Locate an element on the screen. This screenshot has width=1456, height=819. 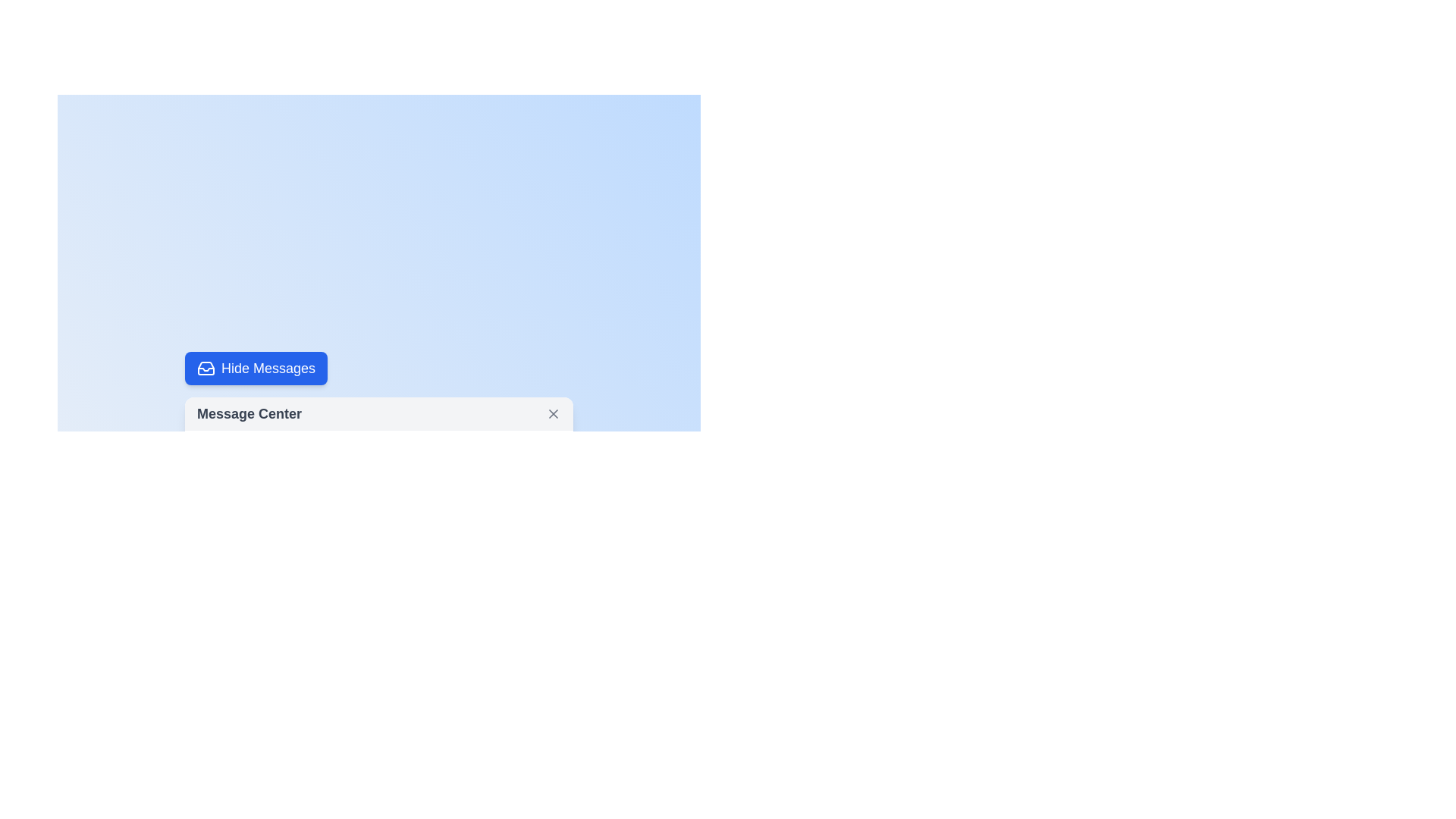
the SVG circle element that visually represents an alert, located below the 'Hide Messages' button and 'Message Center' is located at coordinates (218, 614).